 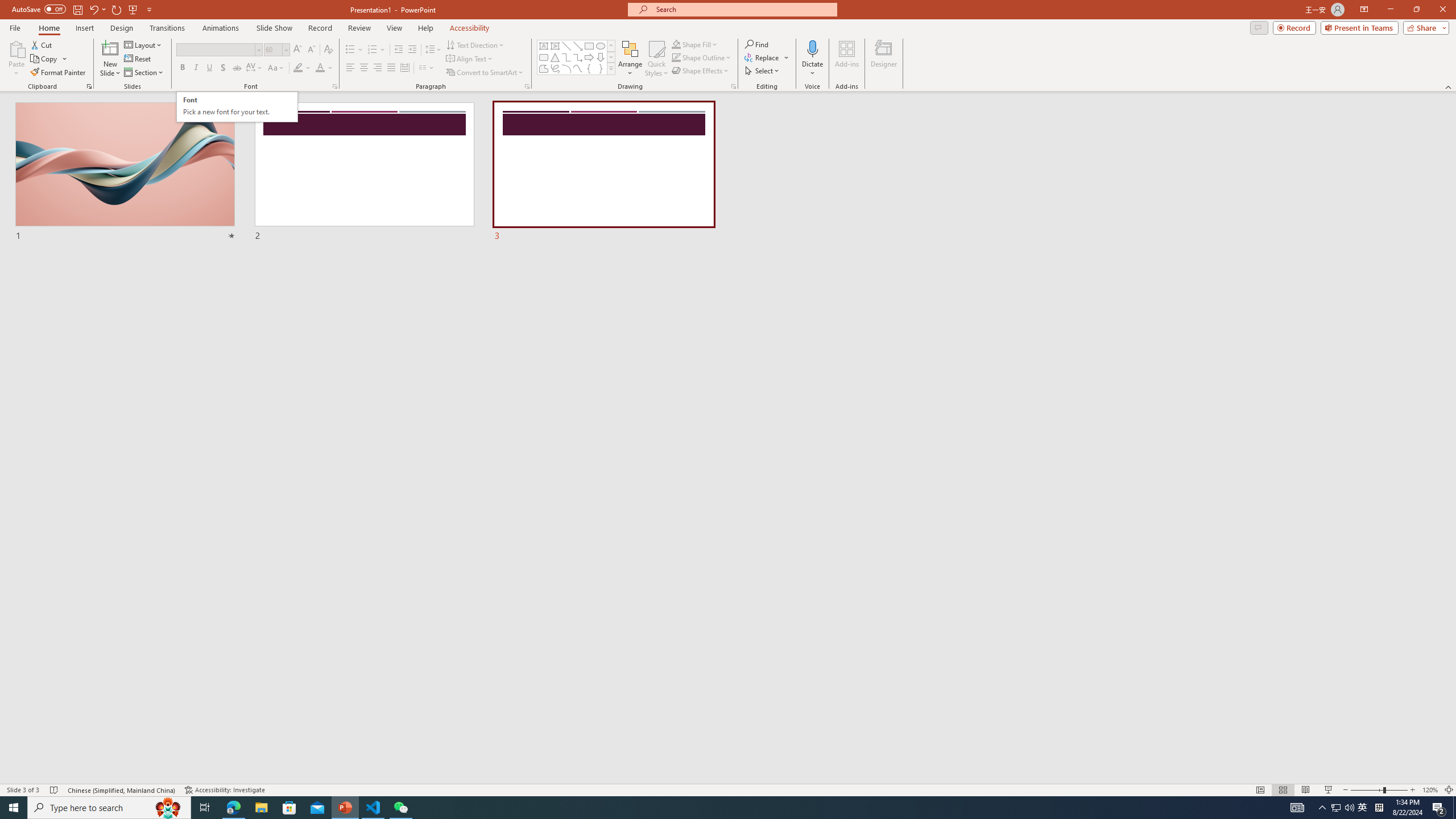 What do you see at coordinates (676, 44) in the screenshot?
I see `'Shape Fill Orange, Accent 2'` at bounding box center [676, 44].